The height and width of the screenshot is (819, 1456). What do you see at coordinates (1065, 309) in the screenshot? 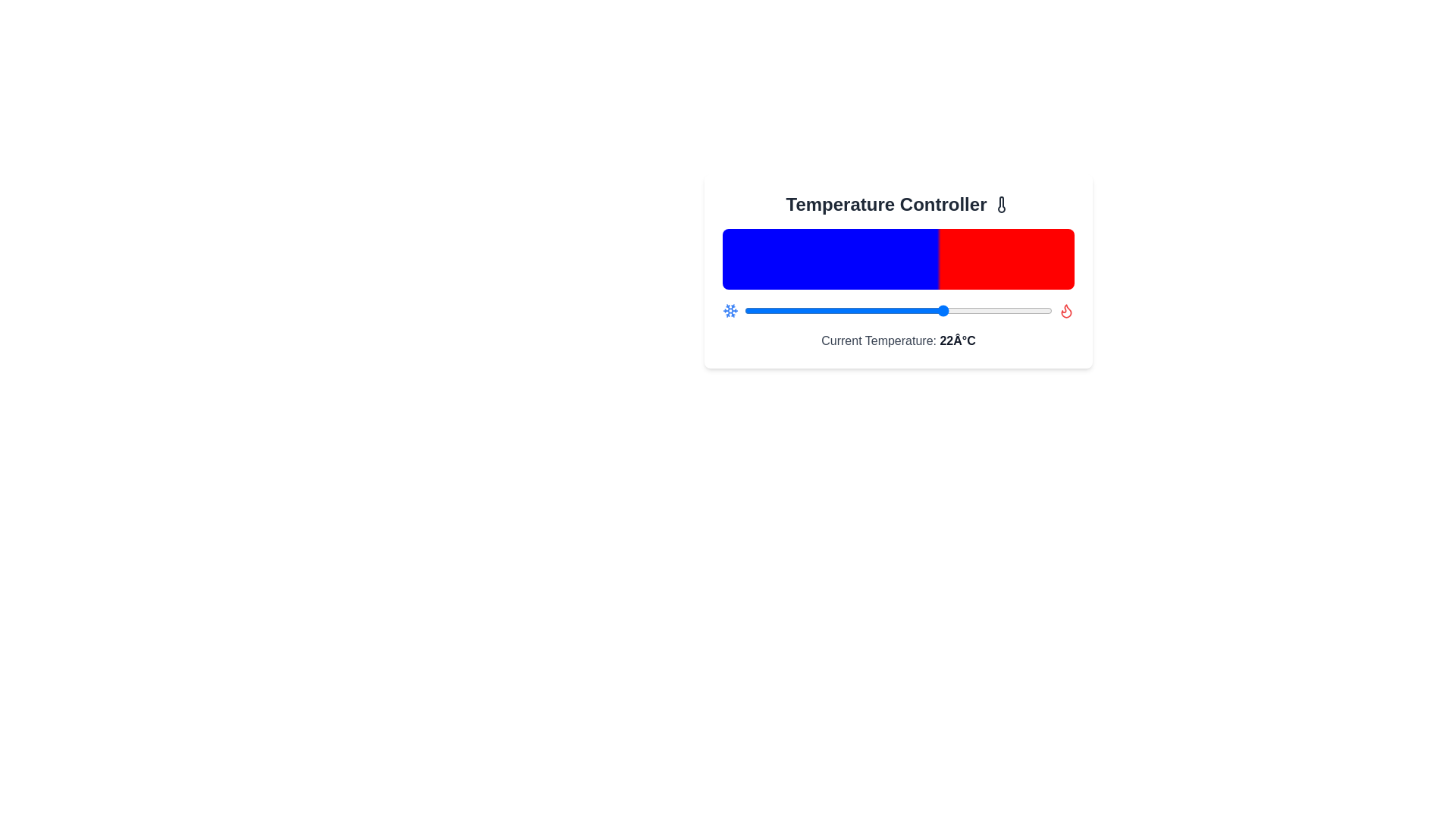
I see `the flame icon to interact with it` at bounding box center [1065, 309].